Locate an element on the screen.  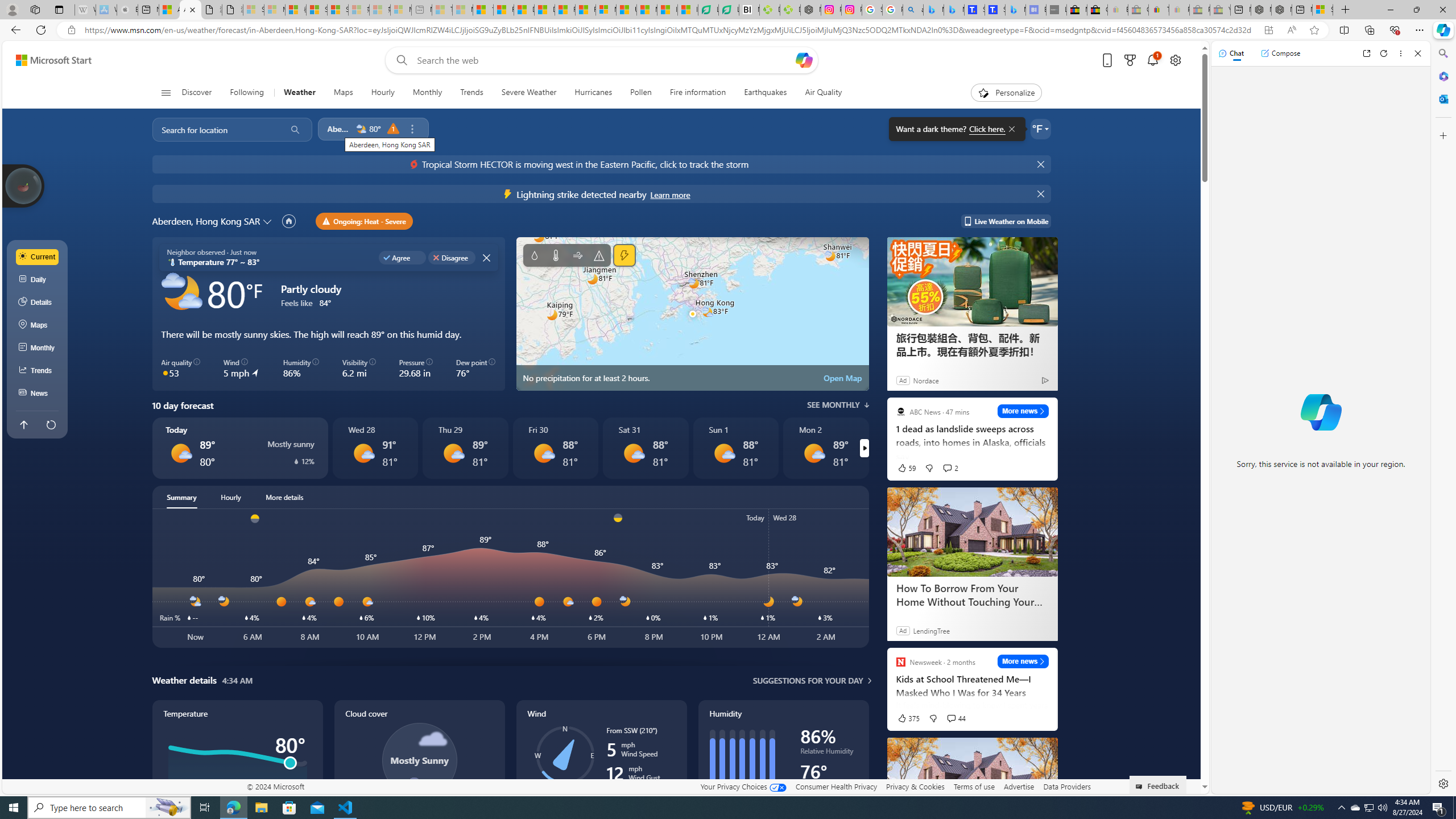
'App available. Install Microsoft Start Weather' is located at coordinates (1268, 30).